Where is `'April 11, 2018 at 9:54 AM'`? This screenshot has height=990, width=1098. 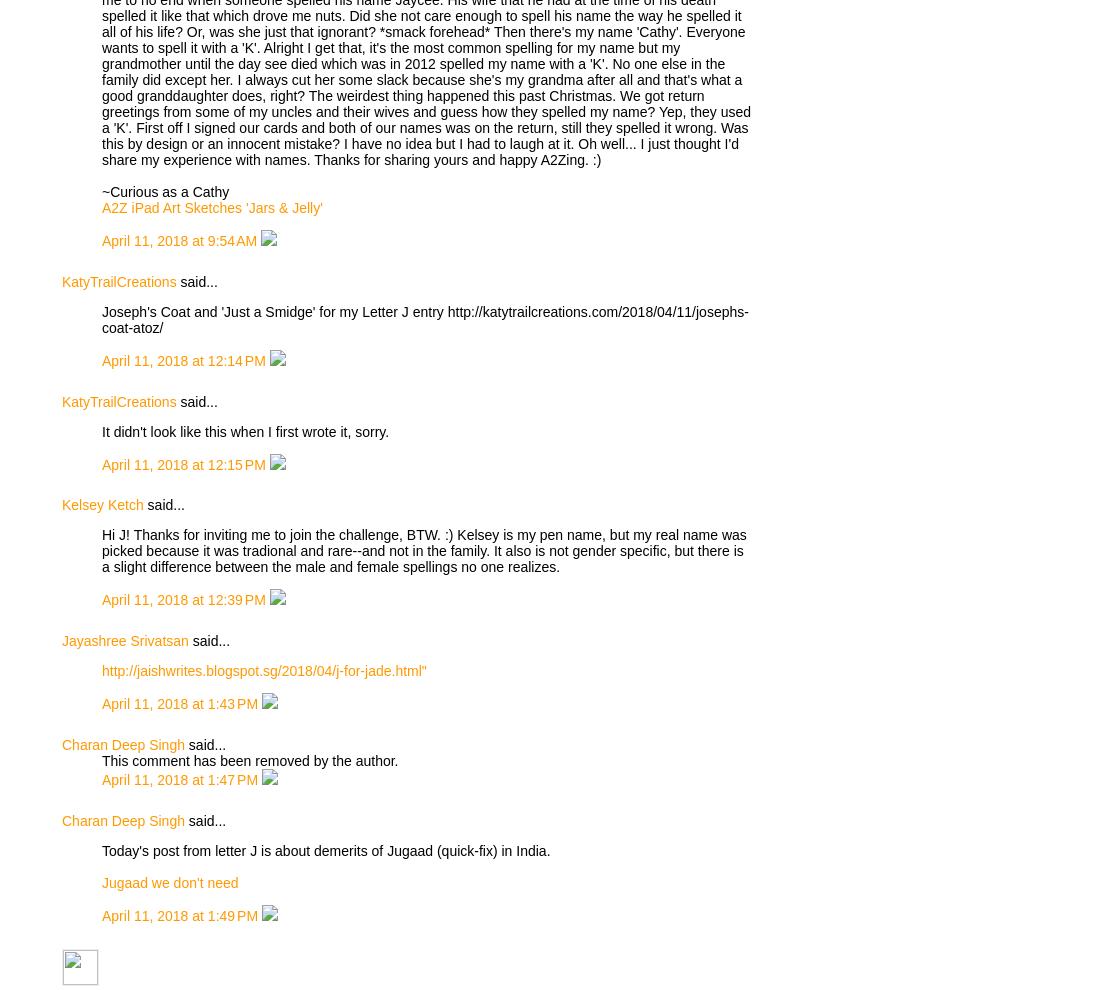
'April 11, 2018 at 9:54 AM' is located at coordinates (102, 239).